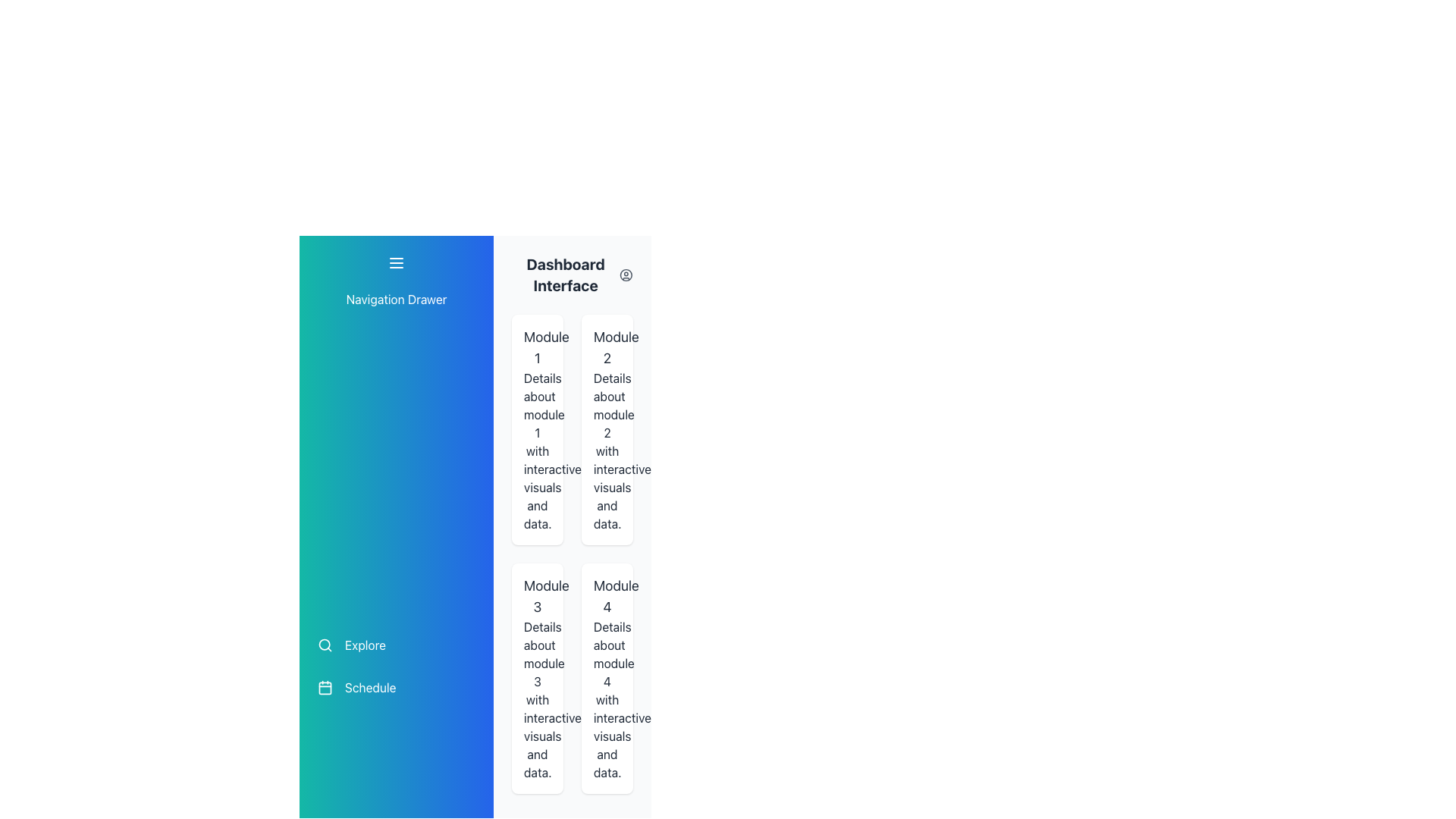 The width and height of the screenshot is (1456, 819). Describe the element at coordinates (626, 275) in the screenshot. I see `the user profile icon located on the rightmost side of the Dashboard Interface header` at that location.